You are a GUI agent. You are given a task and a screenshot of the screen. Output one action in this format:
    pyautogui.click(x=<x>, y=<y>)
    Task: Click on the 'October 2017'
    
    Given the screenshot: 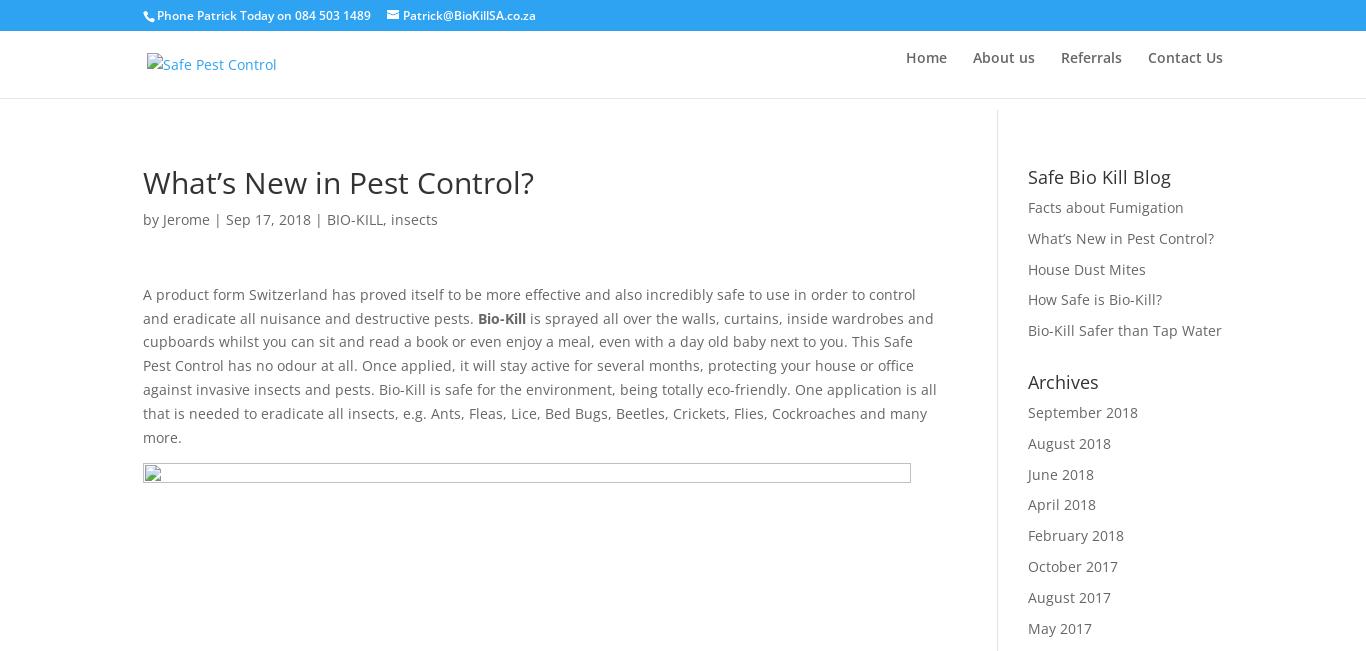 What is the action you would take?
    pyautogui.click(x=1071, y=564)
    